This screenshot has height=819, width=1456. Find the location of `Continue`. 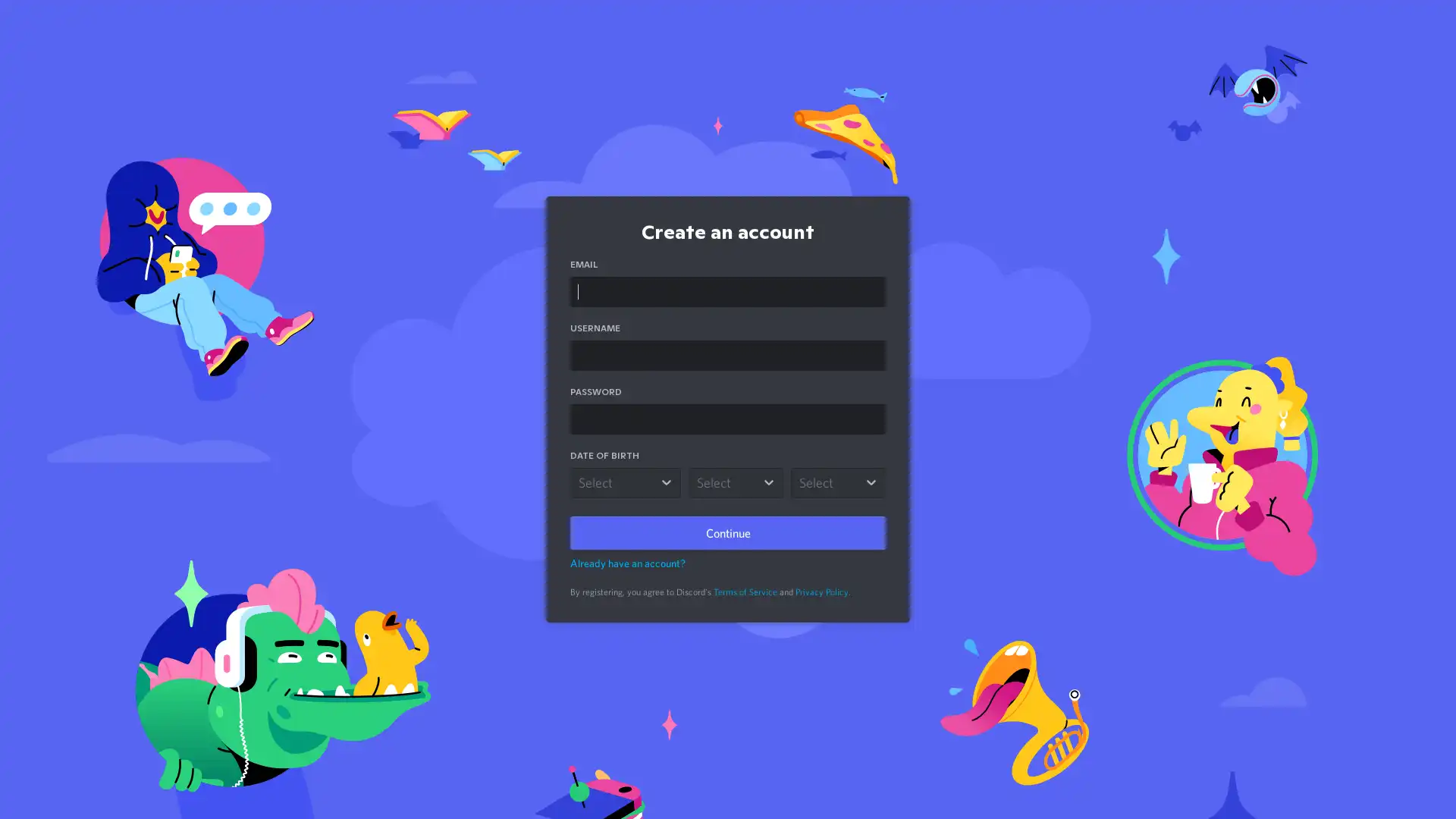

Continue is located at coordinates (728, 532).